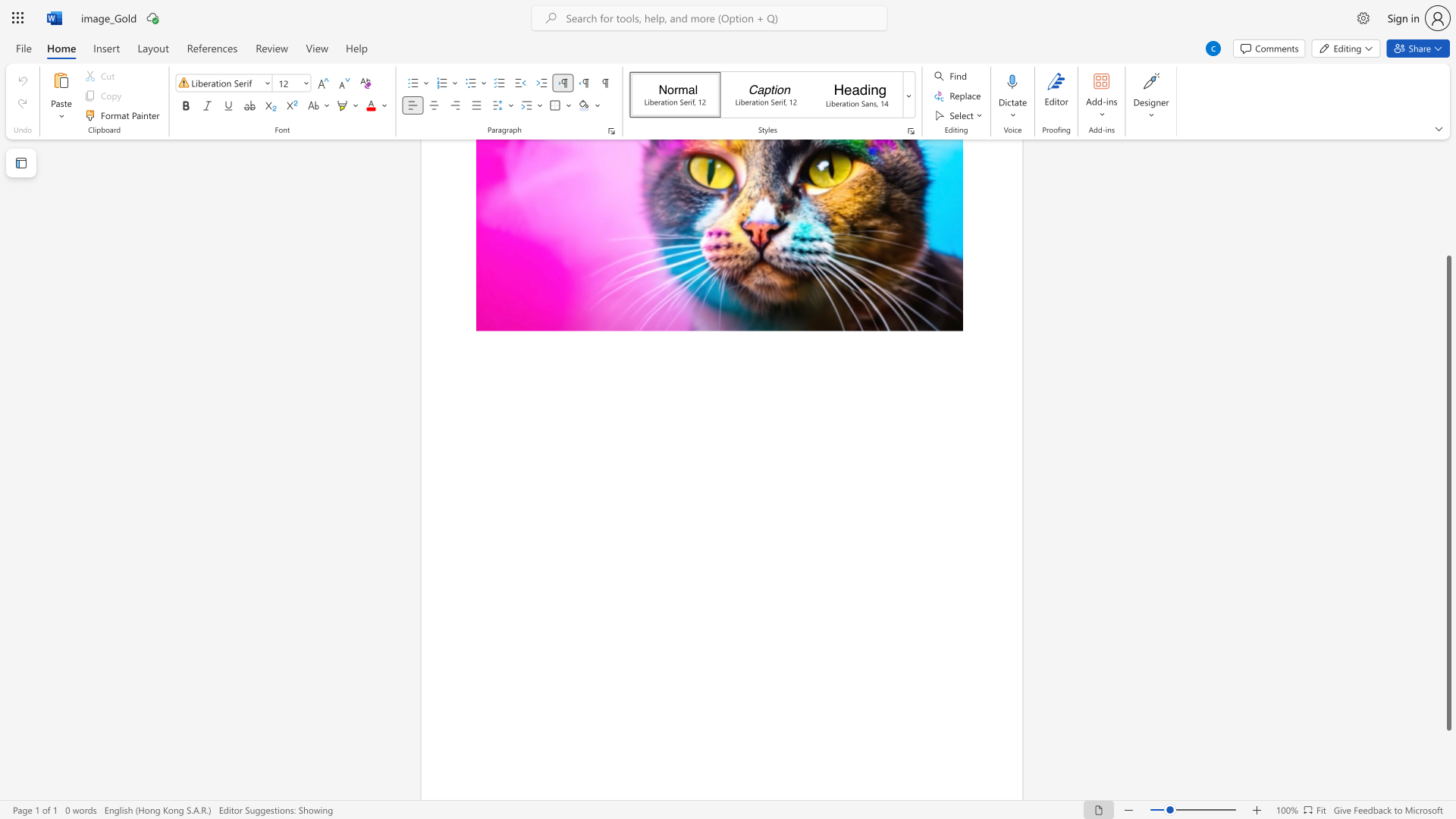 The image size is (1456, 819). Describe the element at coordinates (1448, 234) in the screenshot. I see `the scrollbar on the side` at that location.